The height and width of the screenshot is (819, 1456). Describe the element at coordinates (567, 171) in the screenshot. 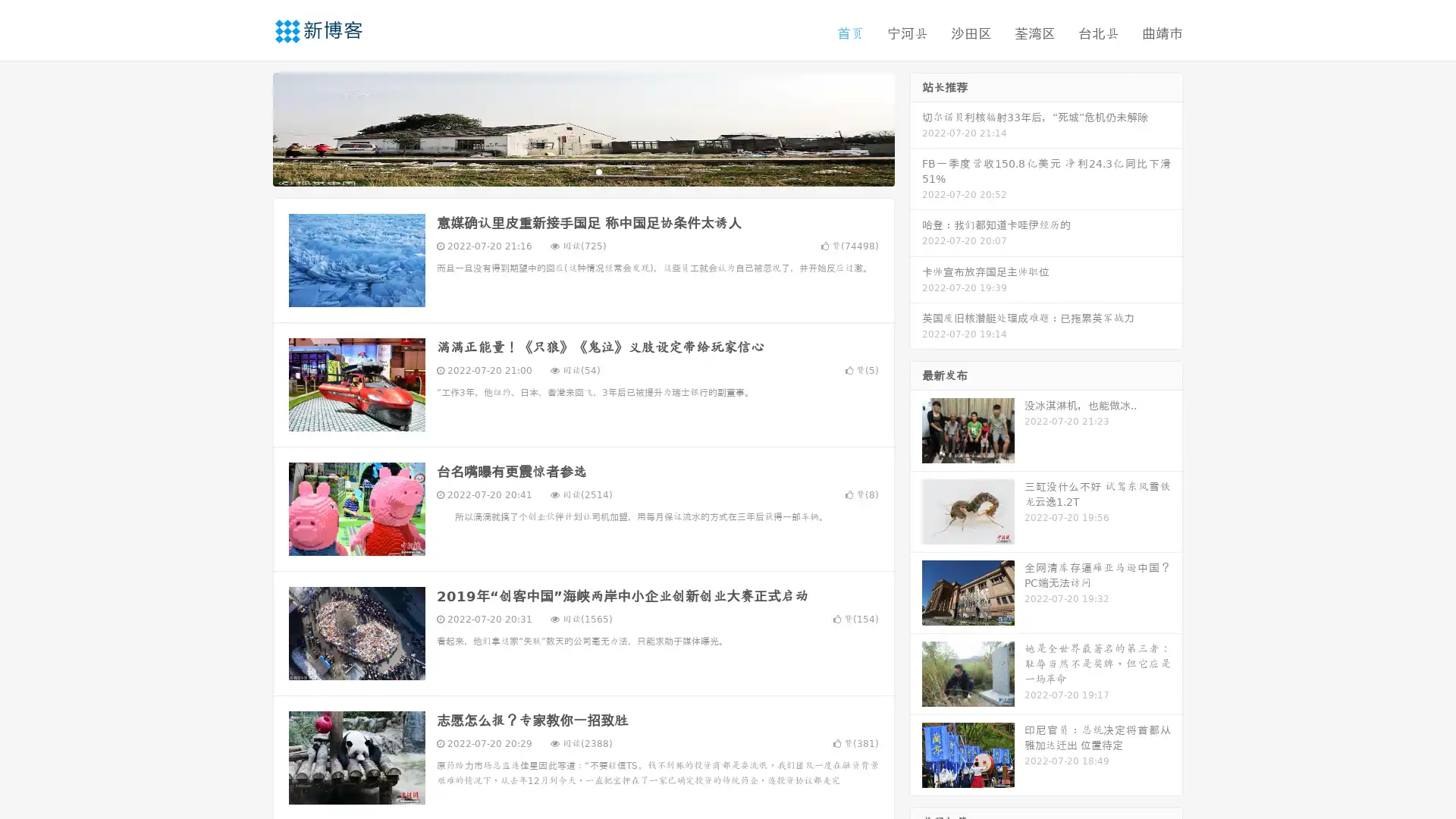

I see `Go to slide 1` at that location.